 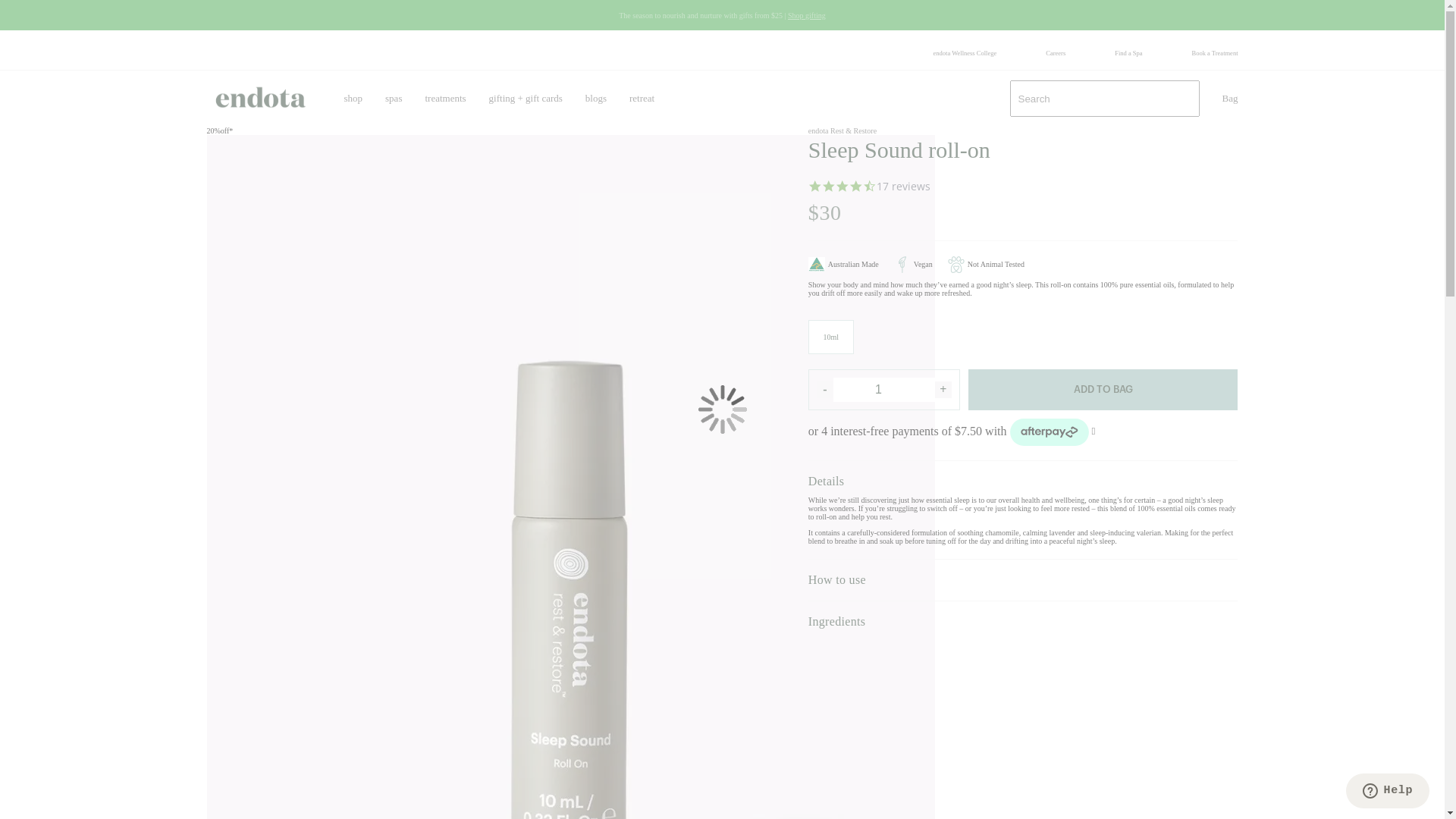 I want to click on 'endota Rest & Restore', so click(x=841, y=130).